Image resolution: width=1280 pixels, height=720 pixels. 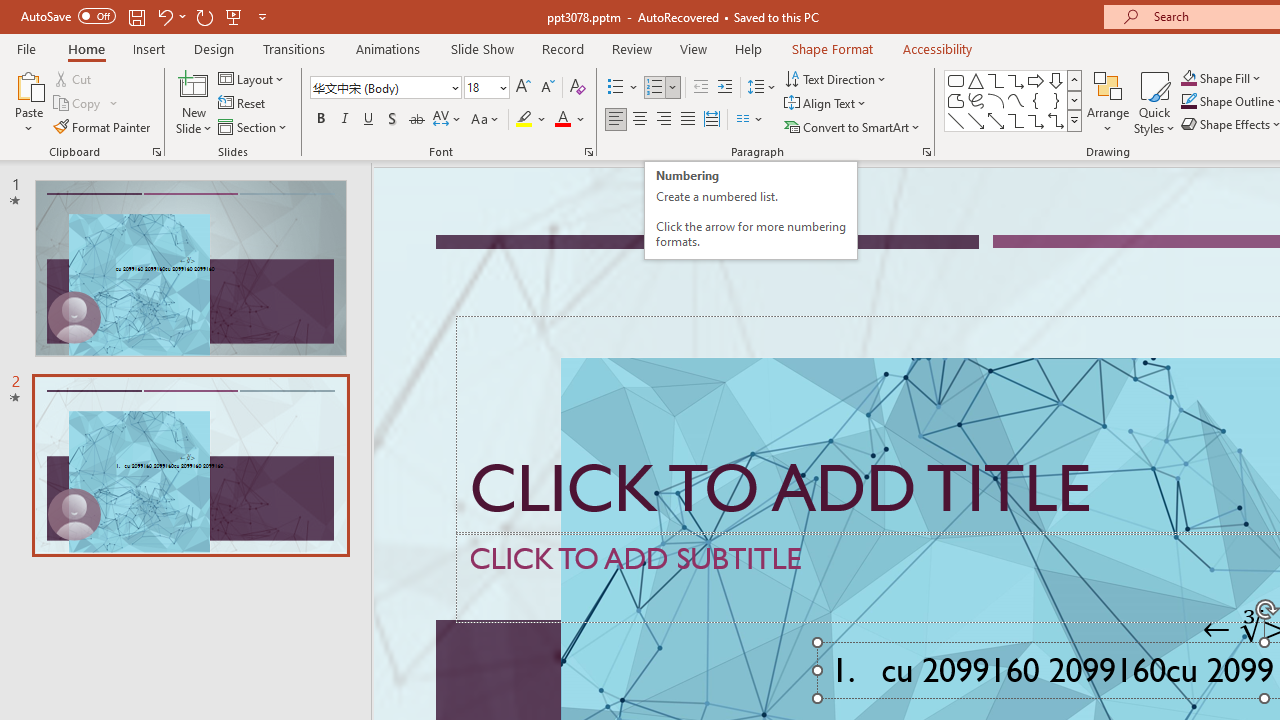 I want to click on 'Cut', so click(x=74, y=78).